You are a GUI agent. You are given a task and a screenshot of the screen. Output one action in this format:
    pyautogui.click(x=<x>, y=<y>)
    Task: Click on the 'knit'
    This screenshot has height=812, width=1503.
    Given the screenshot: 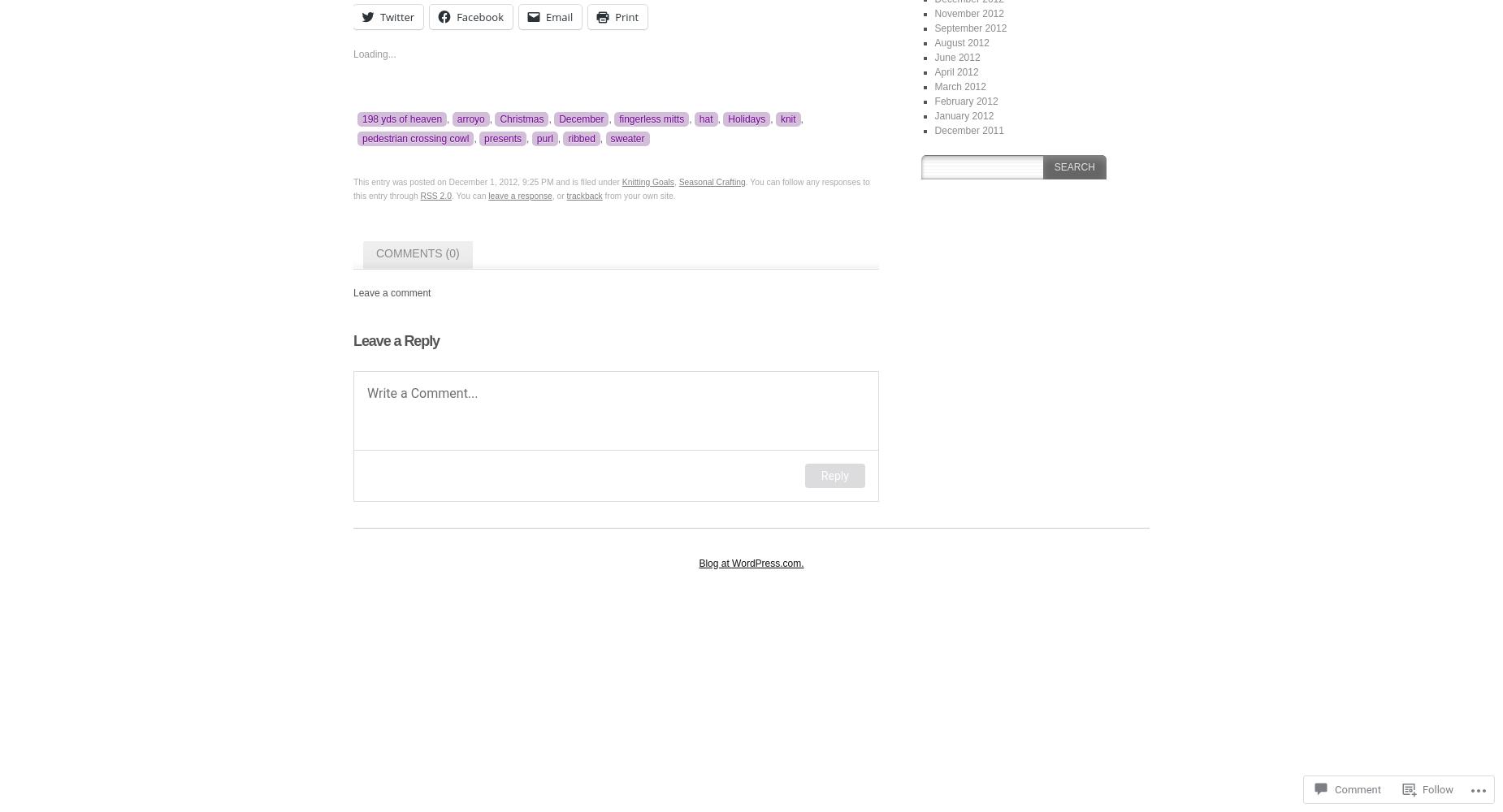 What is the action you would take?
    pyautogui.click(x=778, y=119)
    